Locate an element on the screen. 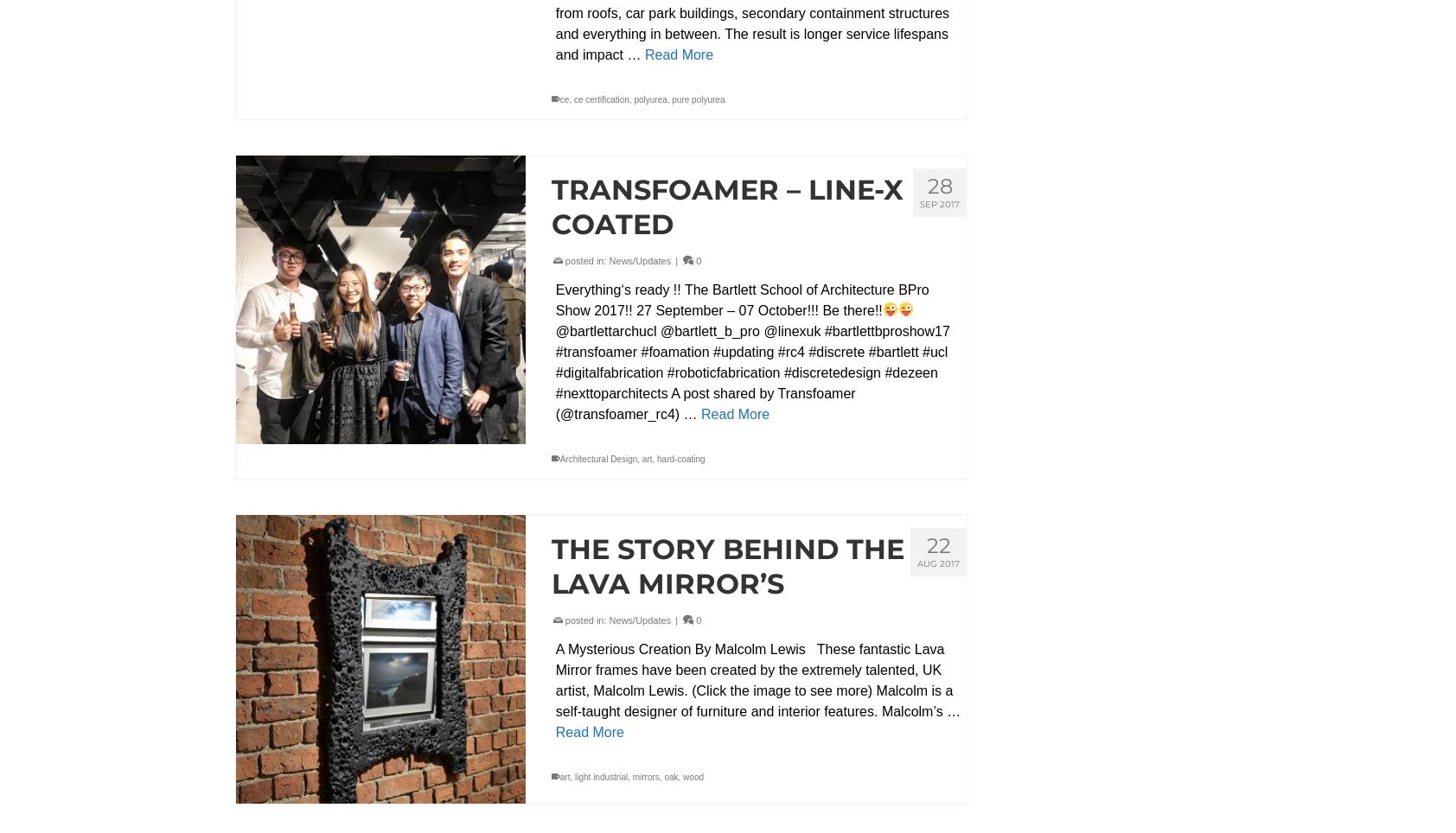  'light industrial' is located at coordinates (601, 775).